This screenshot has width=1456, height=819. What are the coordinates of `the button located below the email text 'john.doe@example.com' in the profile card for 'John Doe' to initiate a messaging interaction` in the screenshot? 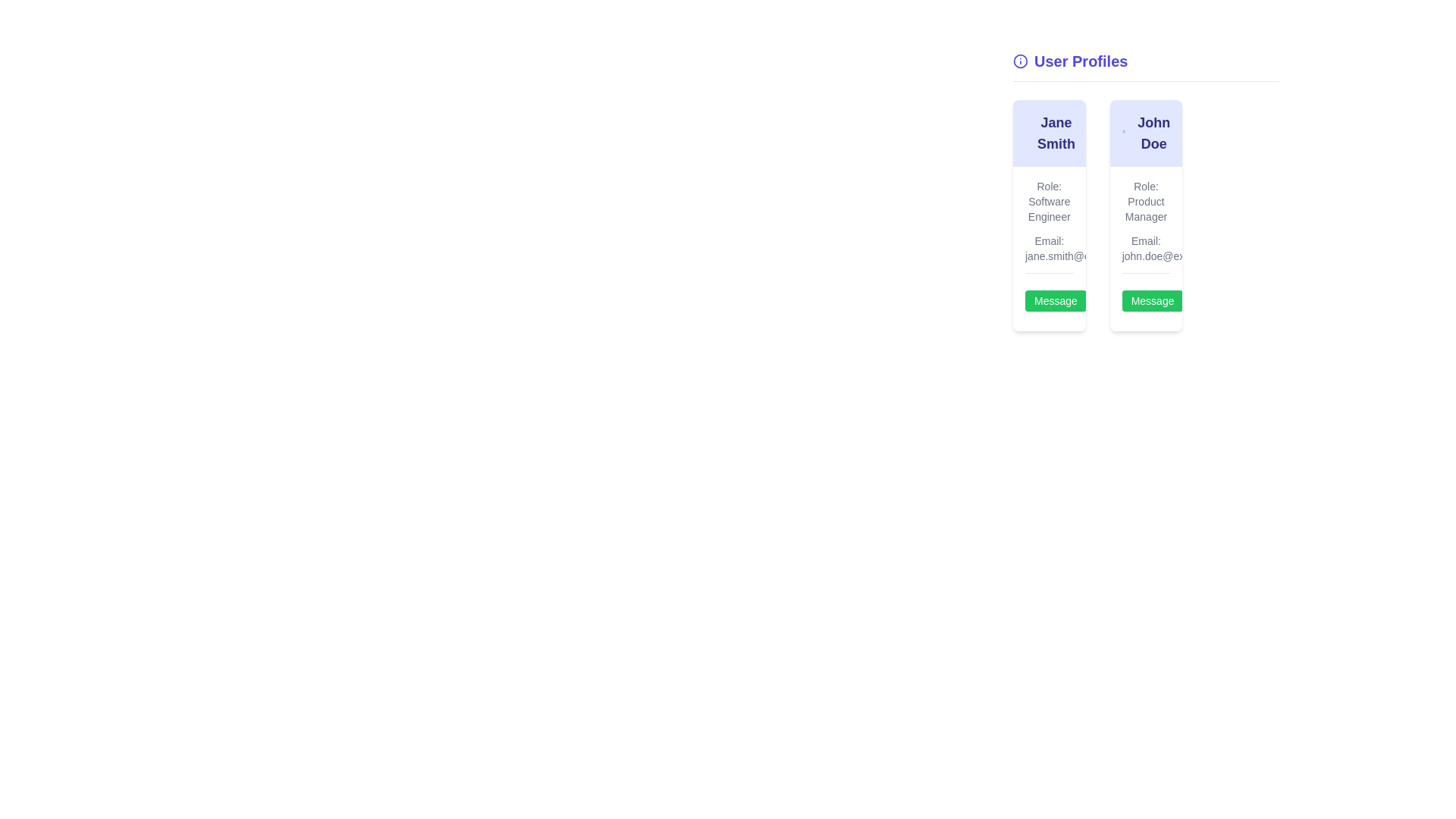 It's located at (1146, 296).